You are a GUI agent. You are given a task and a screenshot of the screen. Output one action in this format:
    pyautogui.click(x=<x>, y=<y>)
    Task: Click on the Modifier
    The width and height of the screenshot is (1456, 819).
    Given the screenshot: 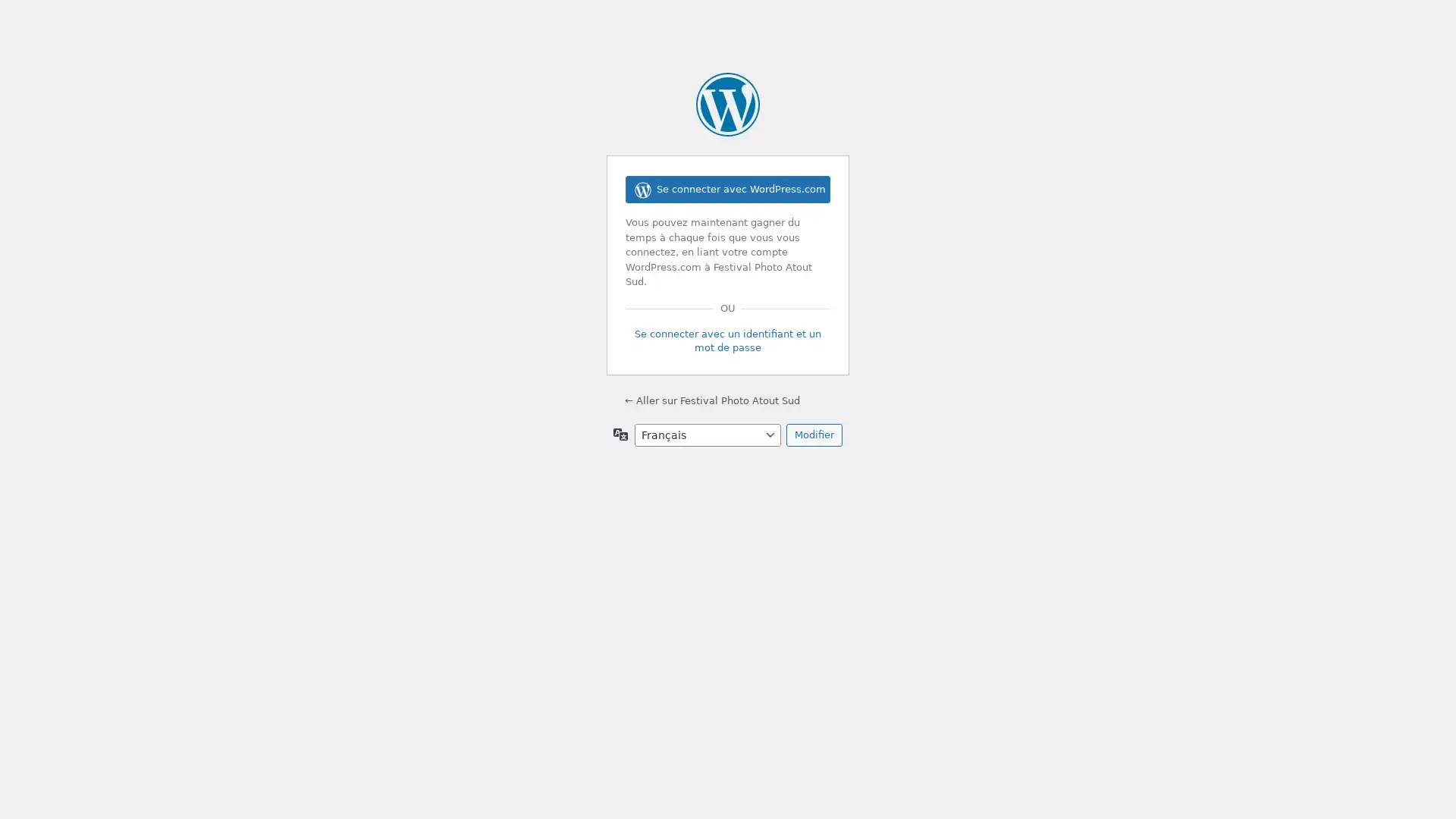 What is the action you would take?
    pyautogui.click(x=814, y=435)
    